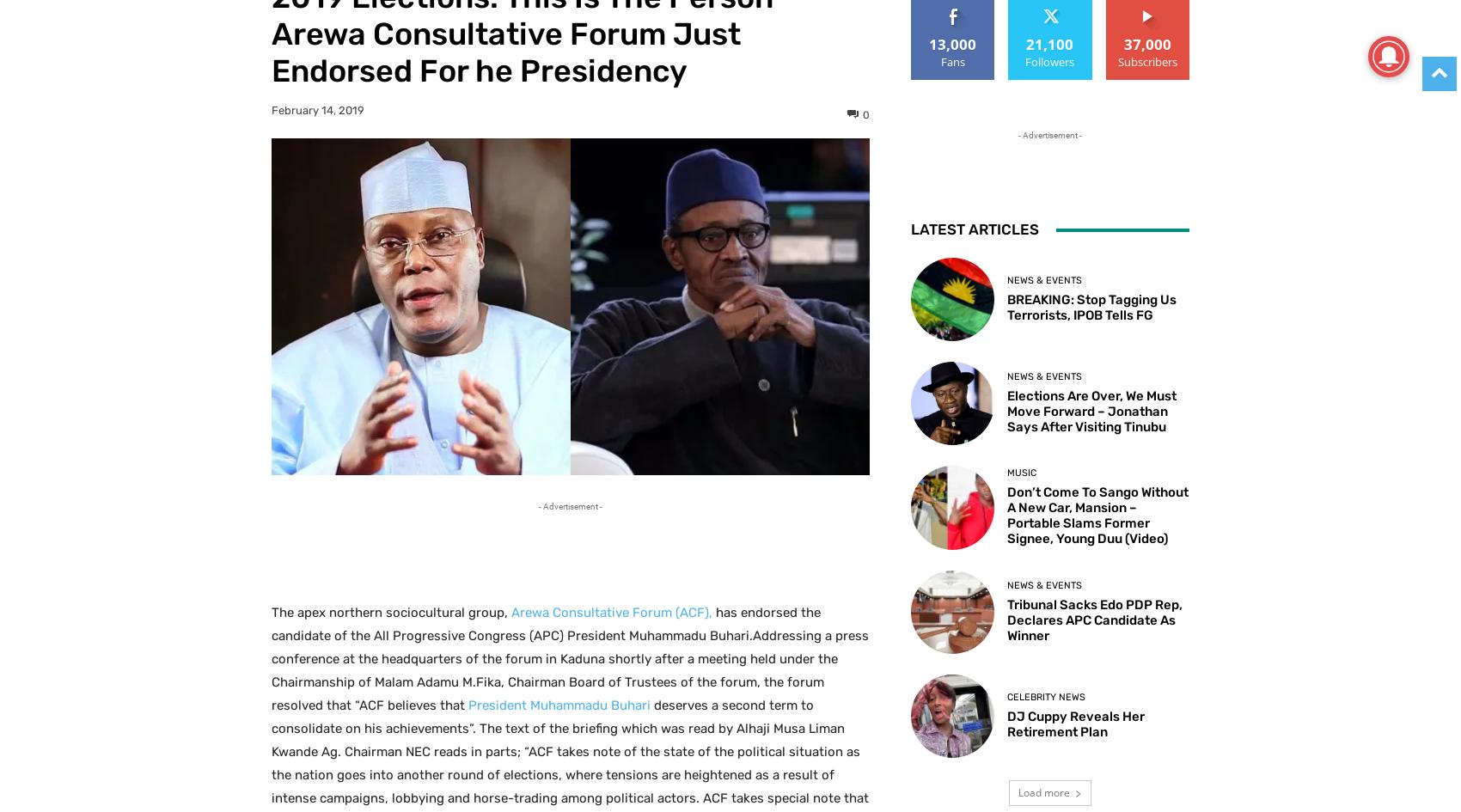 This screenshot has height=812, width=1461. Describe the element at coordinates (862, 113) in the screenshot. I see `'0'` at that location.